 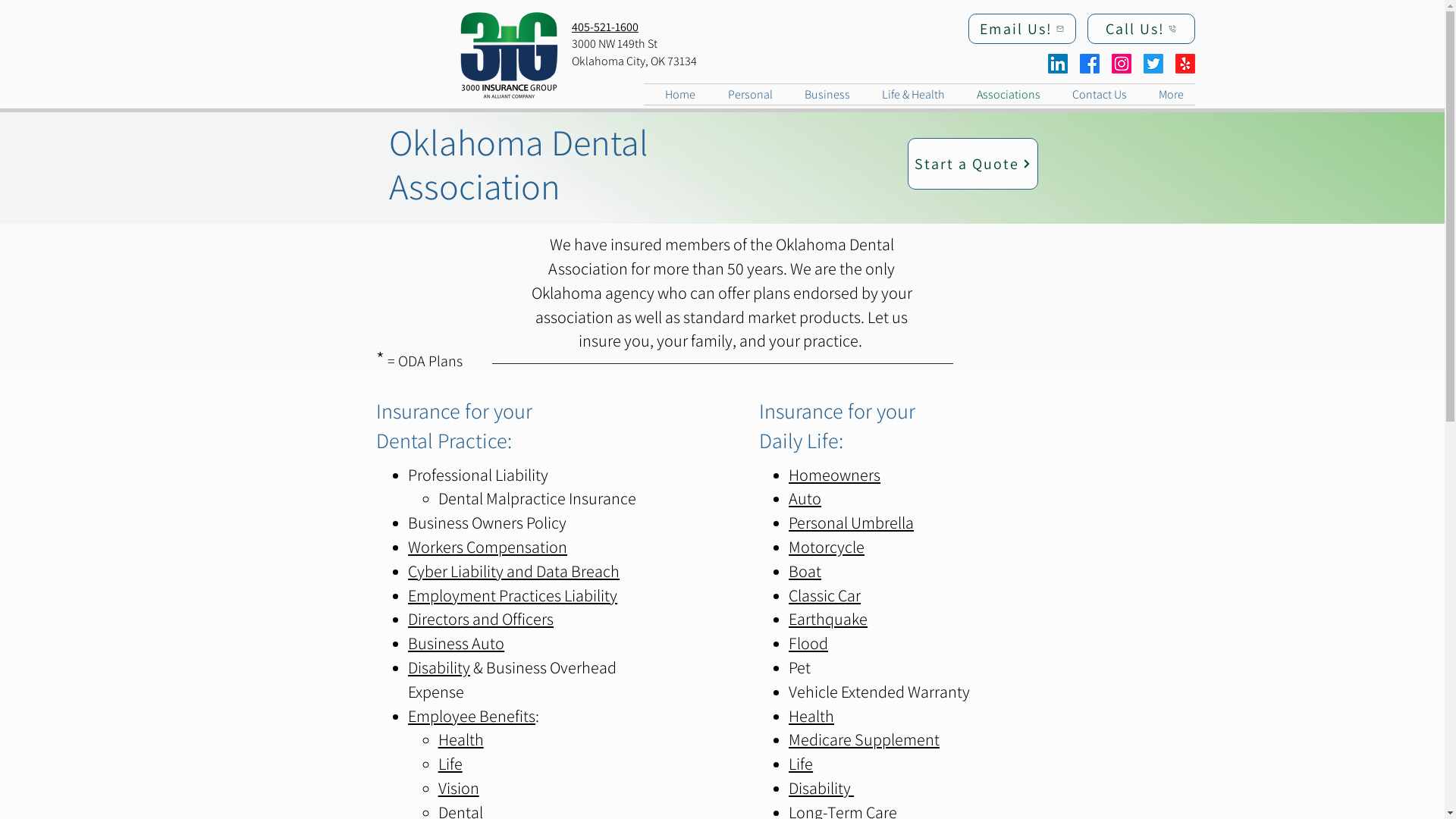 I want to click on 'Boat', so click(x=804, y=571).